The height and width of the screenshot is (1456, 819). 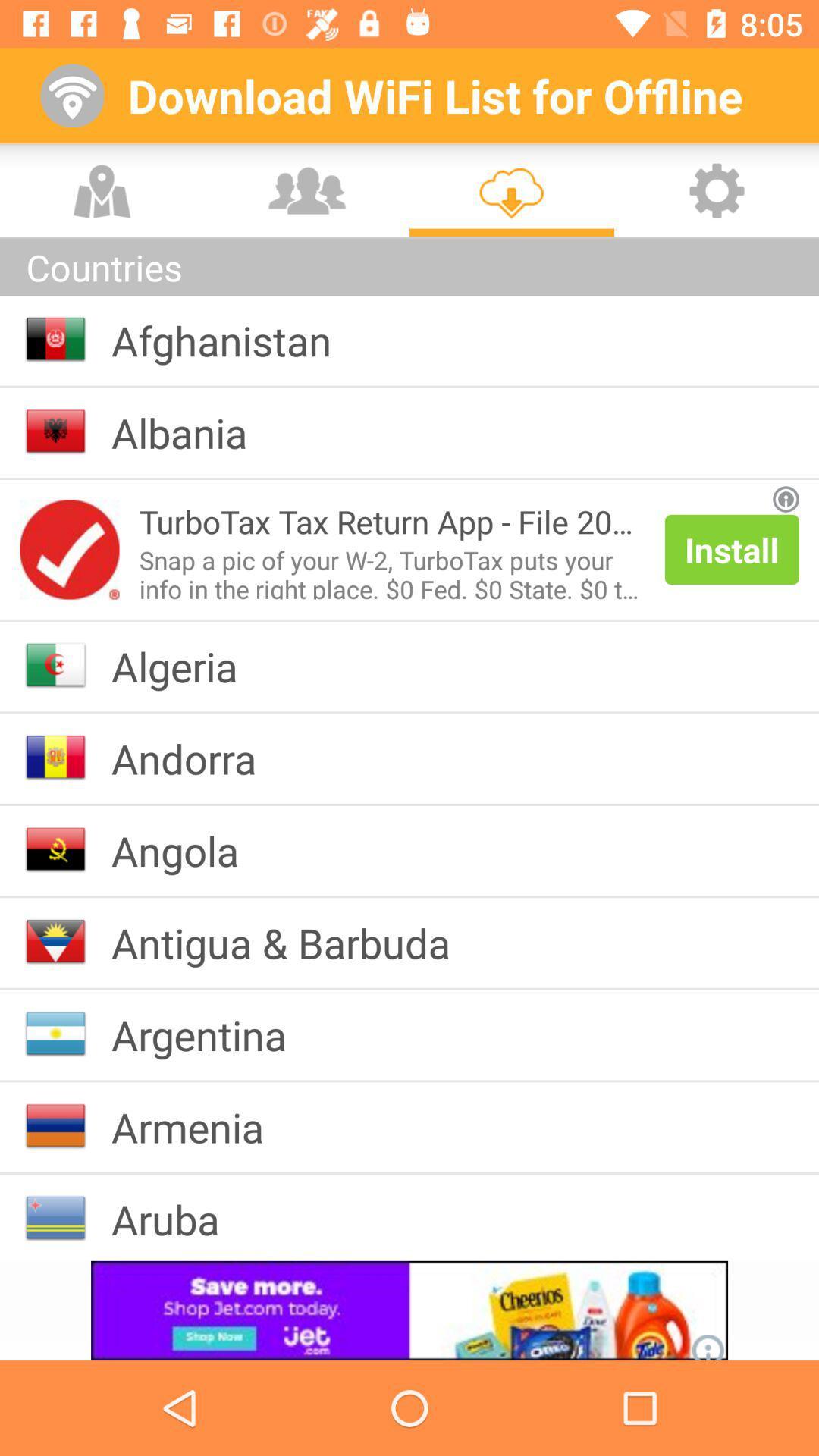 I want to click on andorra item, so click(x=195, y=758).